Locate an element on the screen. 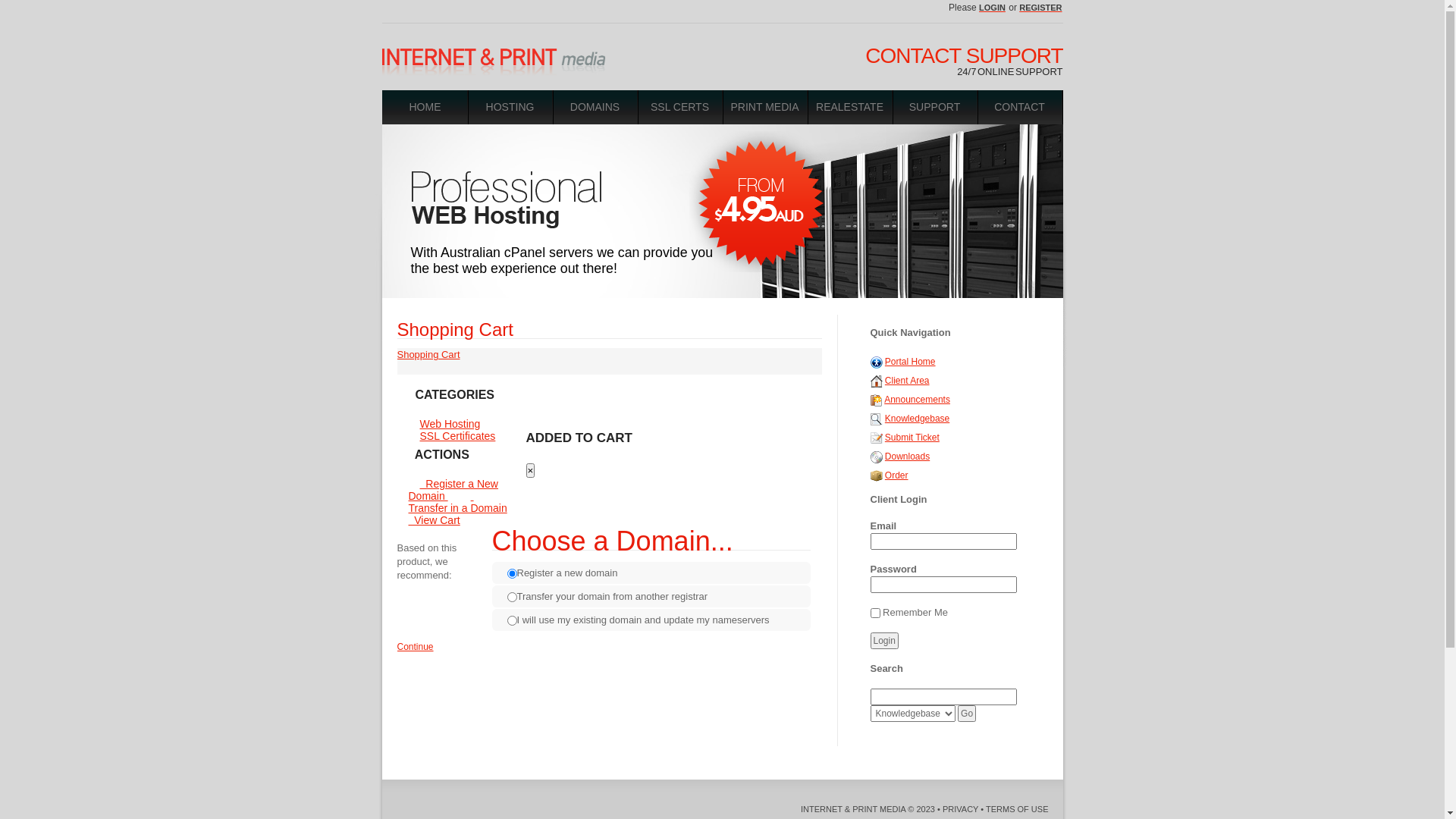  'LOGIN' is located at coordinates (993, 8).